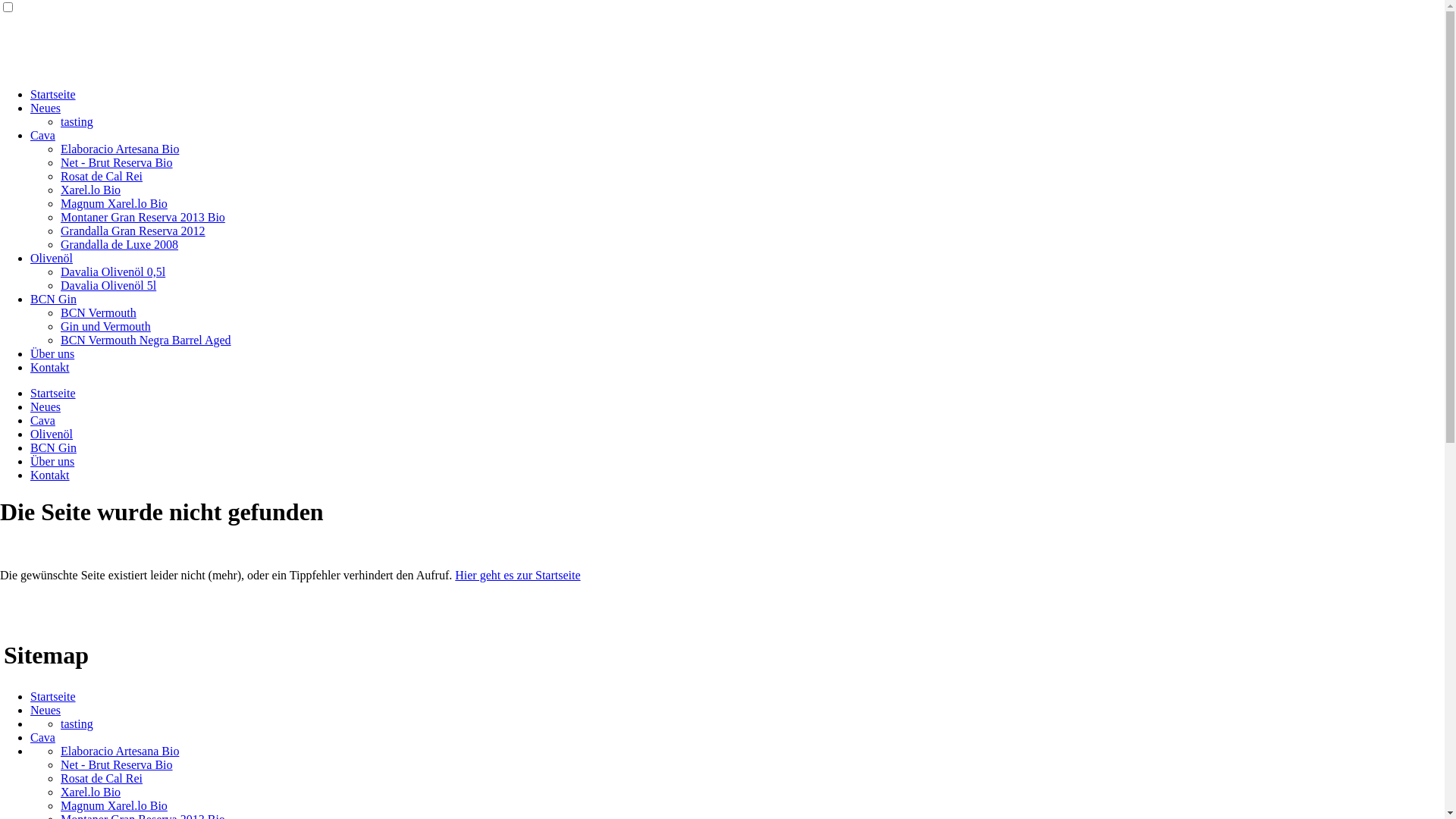  I want to click on 'Kontakt', so click(50, 474).